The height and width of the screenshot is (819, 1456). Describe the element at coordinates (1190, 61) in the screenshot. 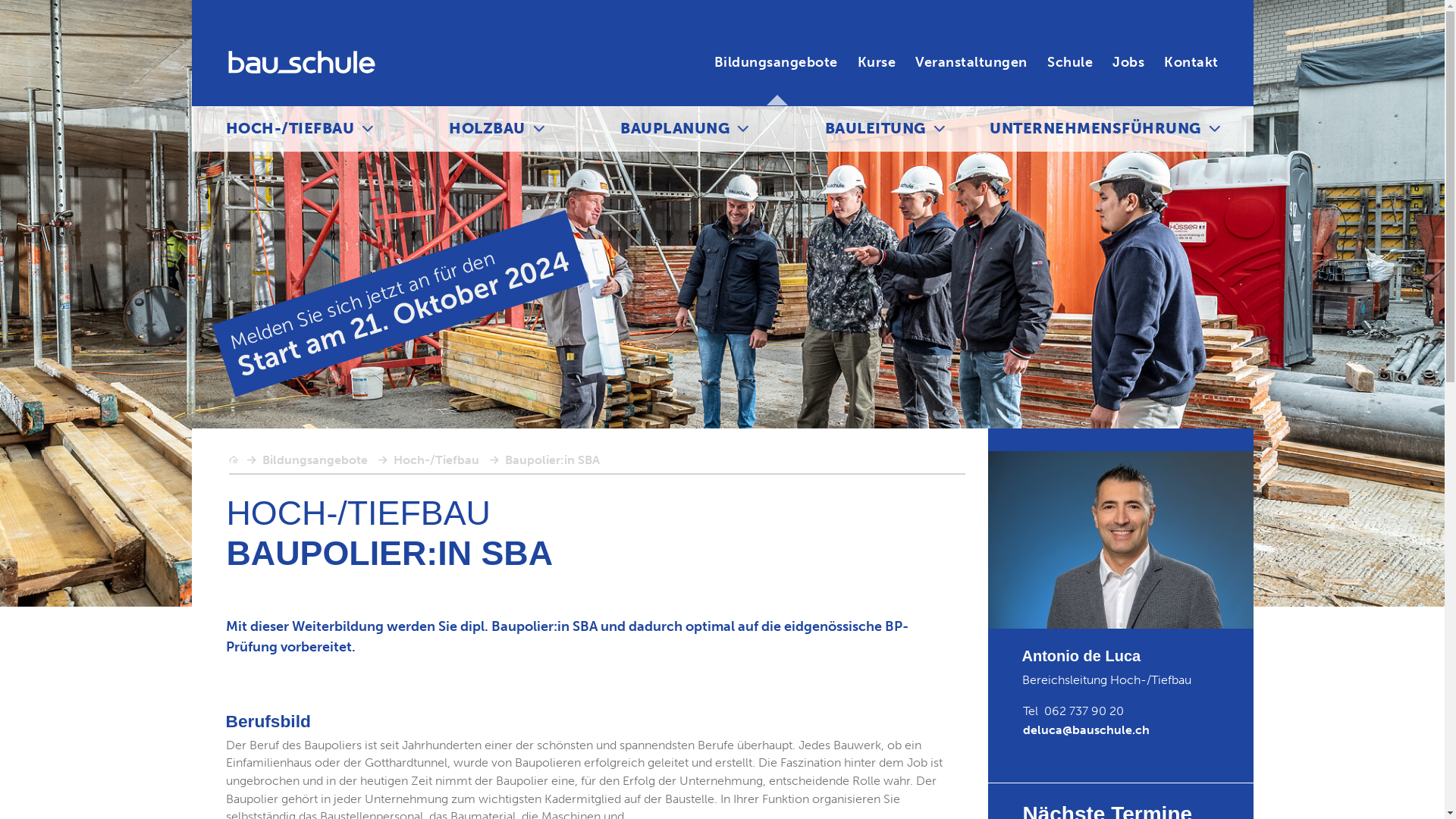

I see `'Kontakt'` at that location.